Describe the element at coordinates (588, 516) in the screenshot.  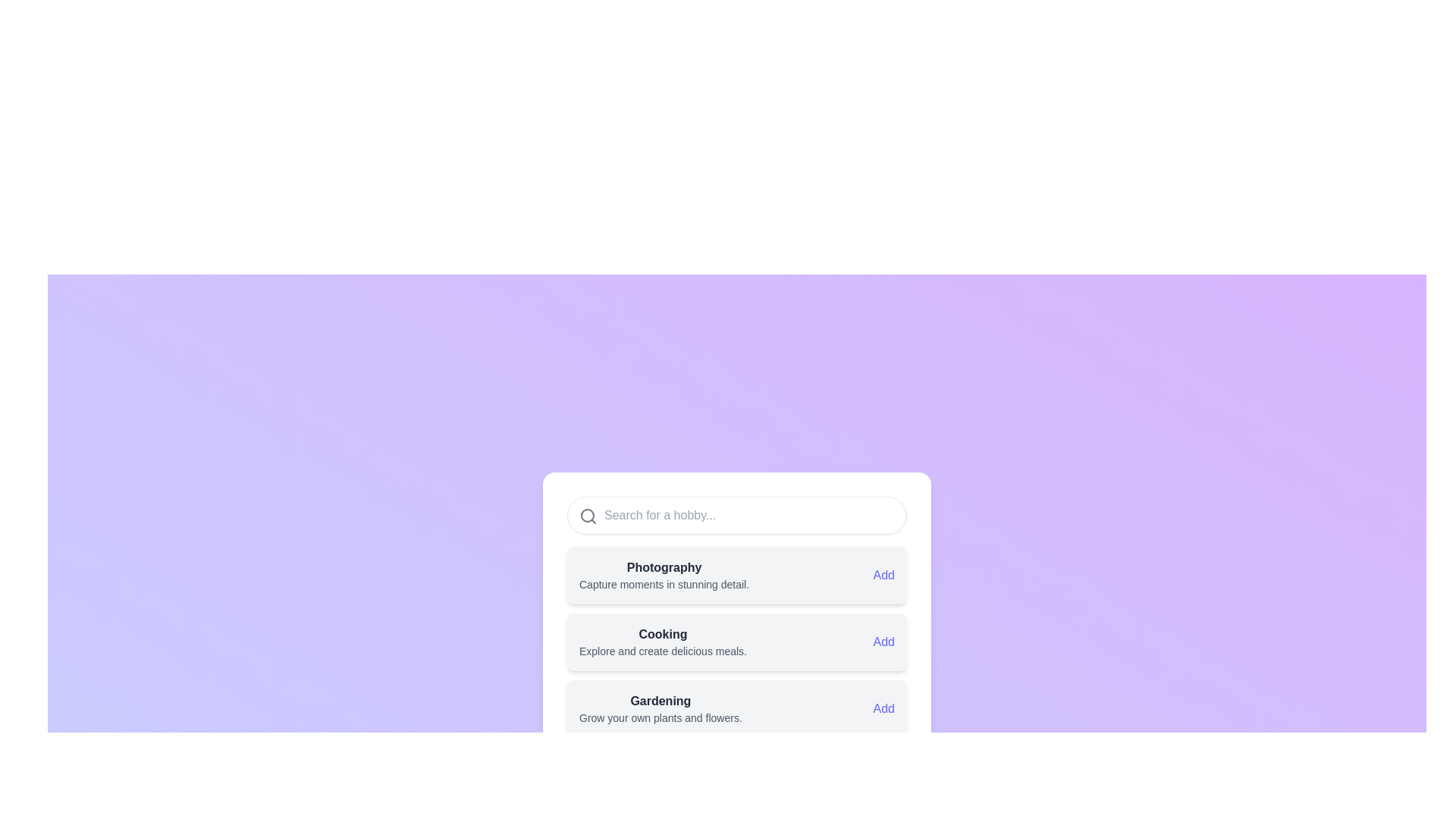
I see `the search bar indicator icon located on the left side of the search input field at the top of the main interactive area` at that location.